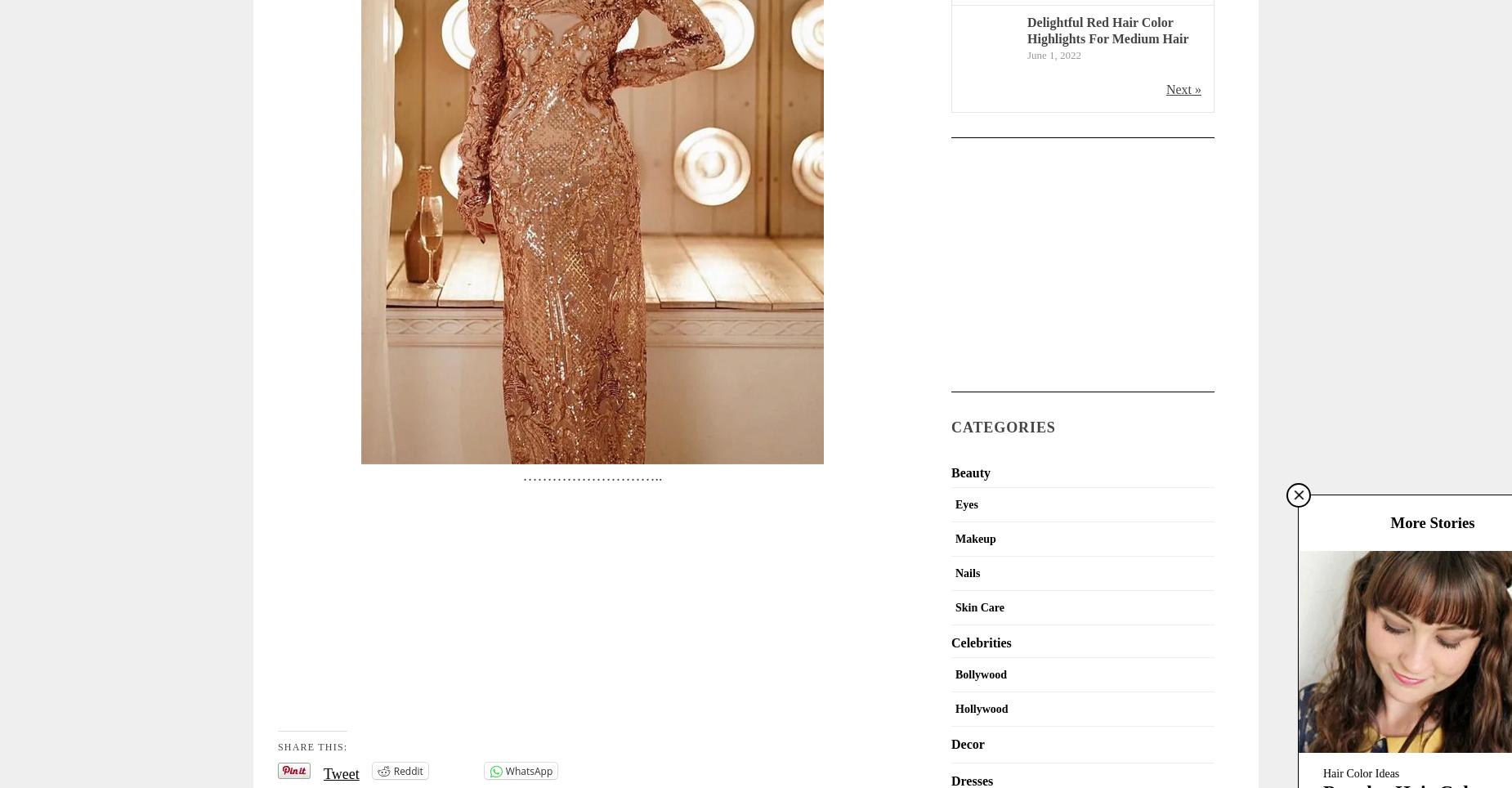  Describe the element at coordinates (955, 572) in the screenshot. I see `'Nails'` at that location.